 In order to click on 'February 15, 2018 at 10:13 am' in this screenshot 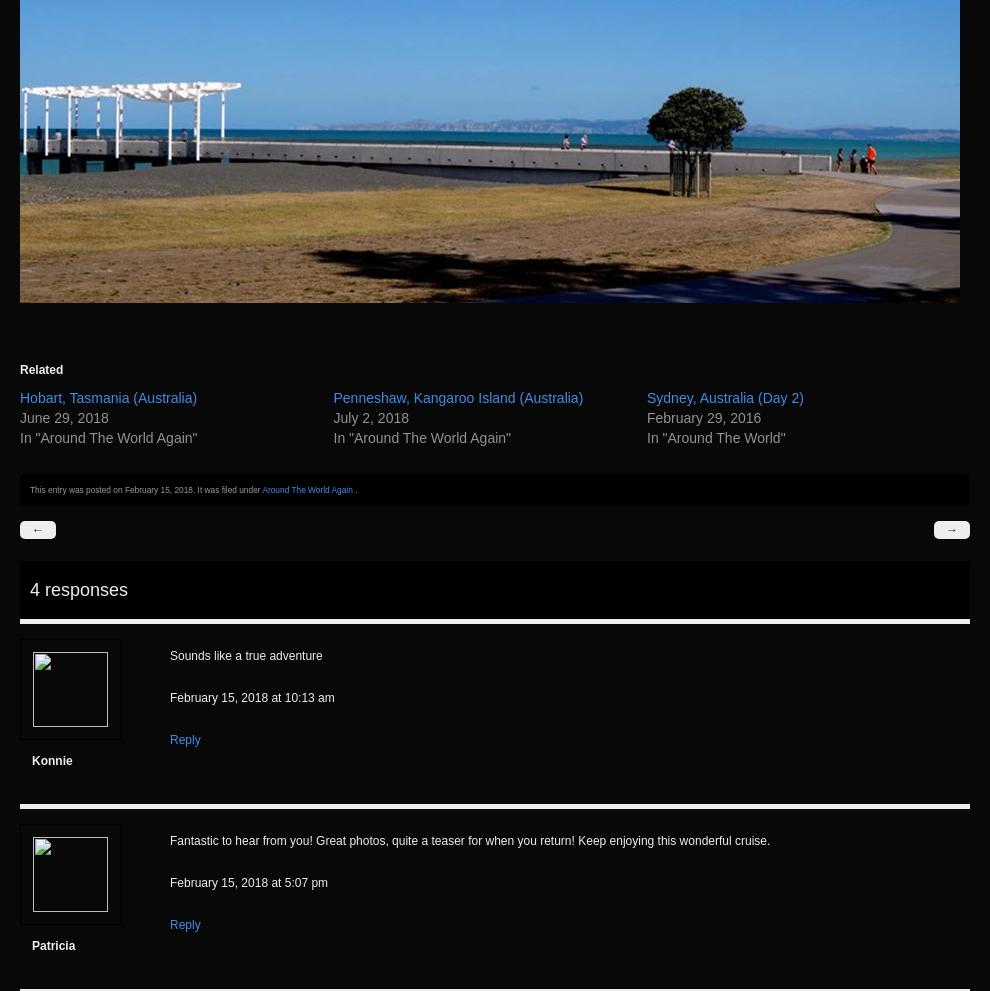, I will do `click(251, 697)`.